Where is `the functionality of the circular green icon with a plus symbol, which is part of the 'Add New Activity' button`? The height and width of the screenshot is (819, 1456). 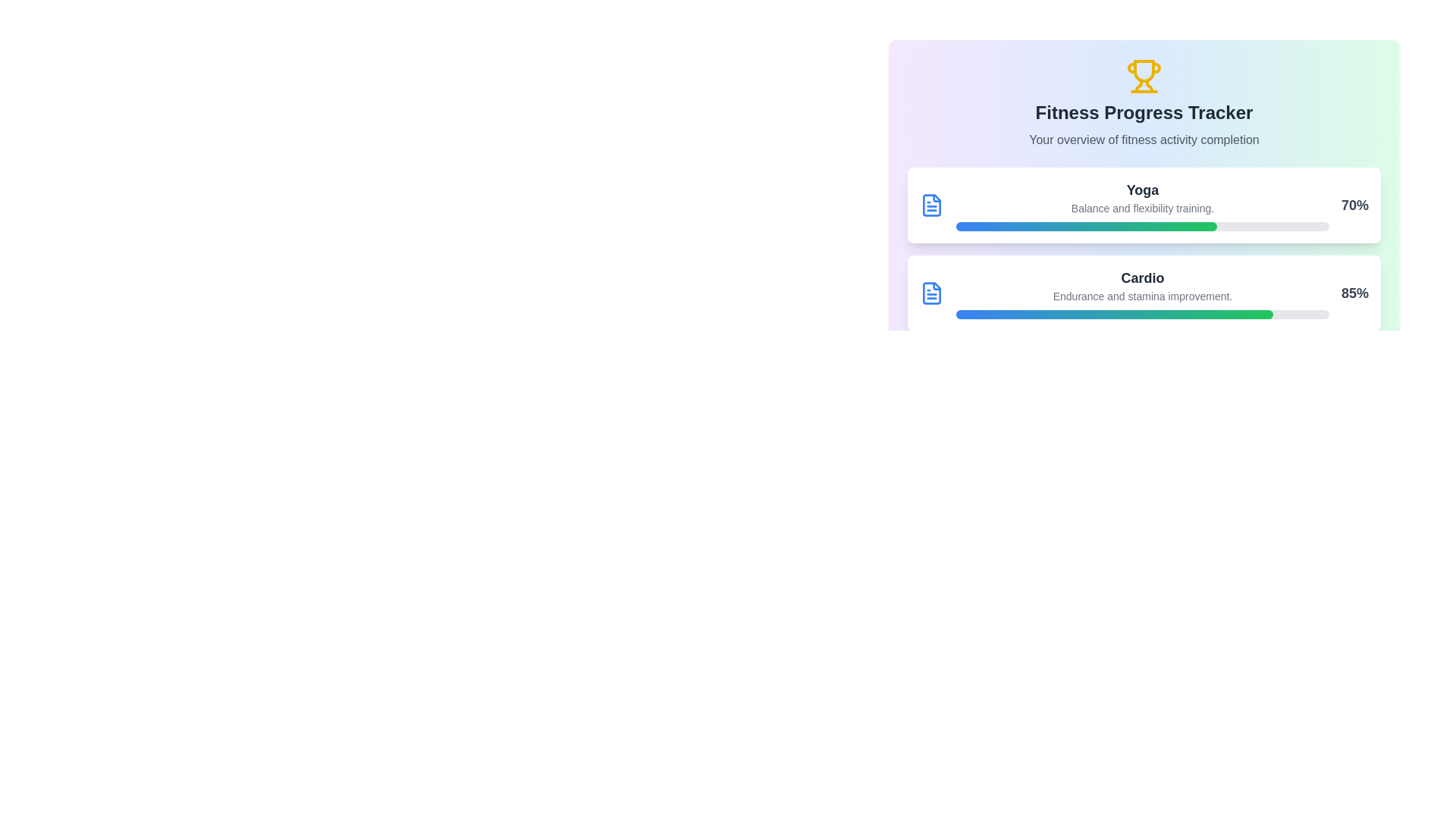
the functionality of the circular green icon with a plus symbol, which is part of the 'Add New Activity' button is located at coordinates (1092, 452).